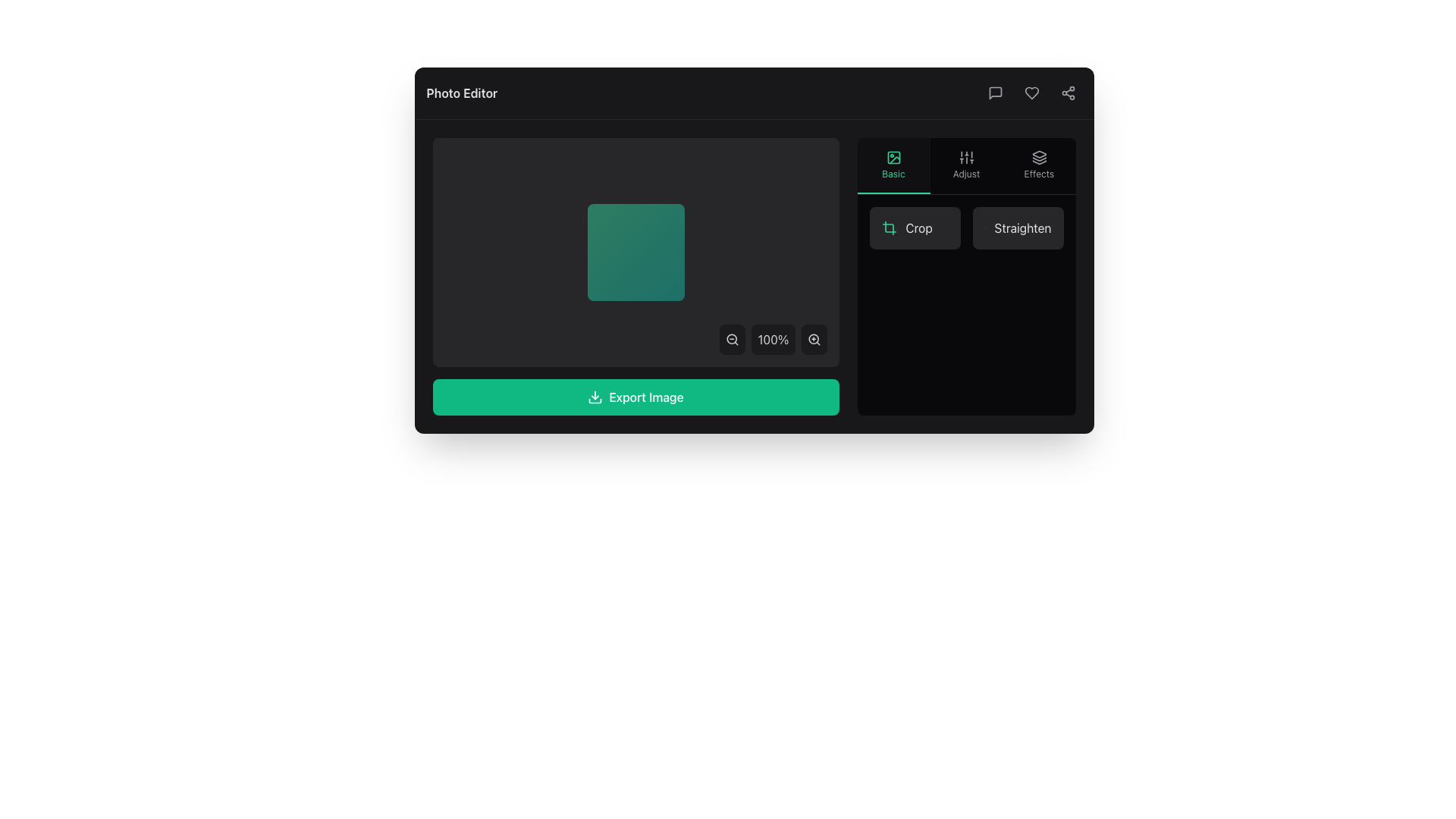  What do you see at coordinates (893, 174) in the screenshot?
I see `text label located in the bottom section of the vertical menu on the right side of the interface, which provides information corresponding to the adjacent image icon` at bounding box center [893, 174].